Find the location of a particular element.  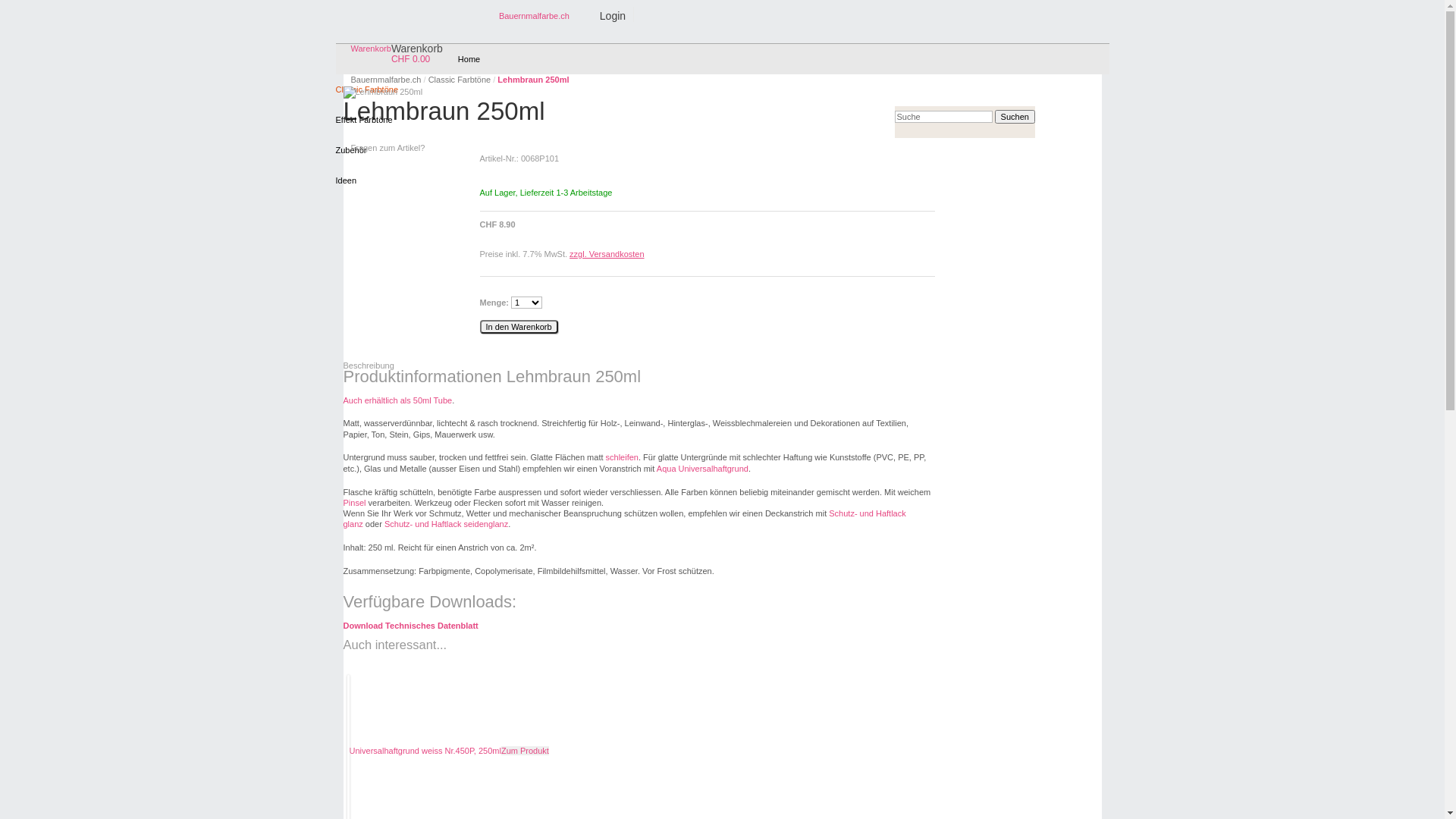

'Bauernmalfarbe.ch' is located at coordinates (534, 15).